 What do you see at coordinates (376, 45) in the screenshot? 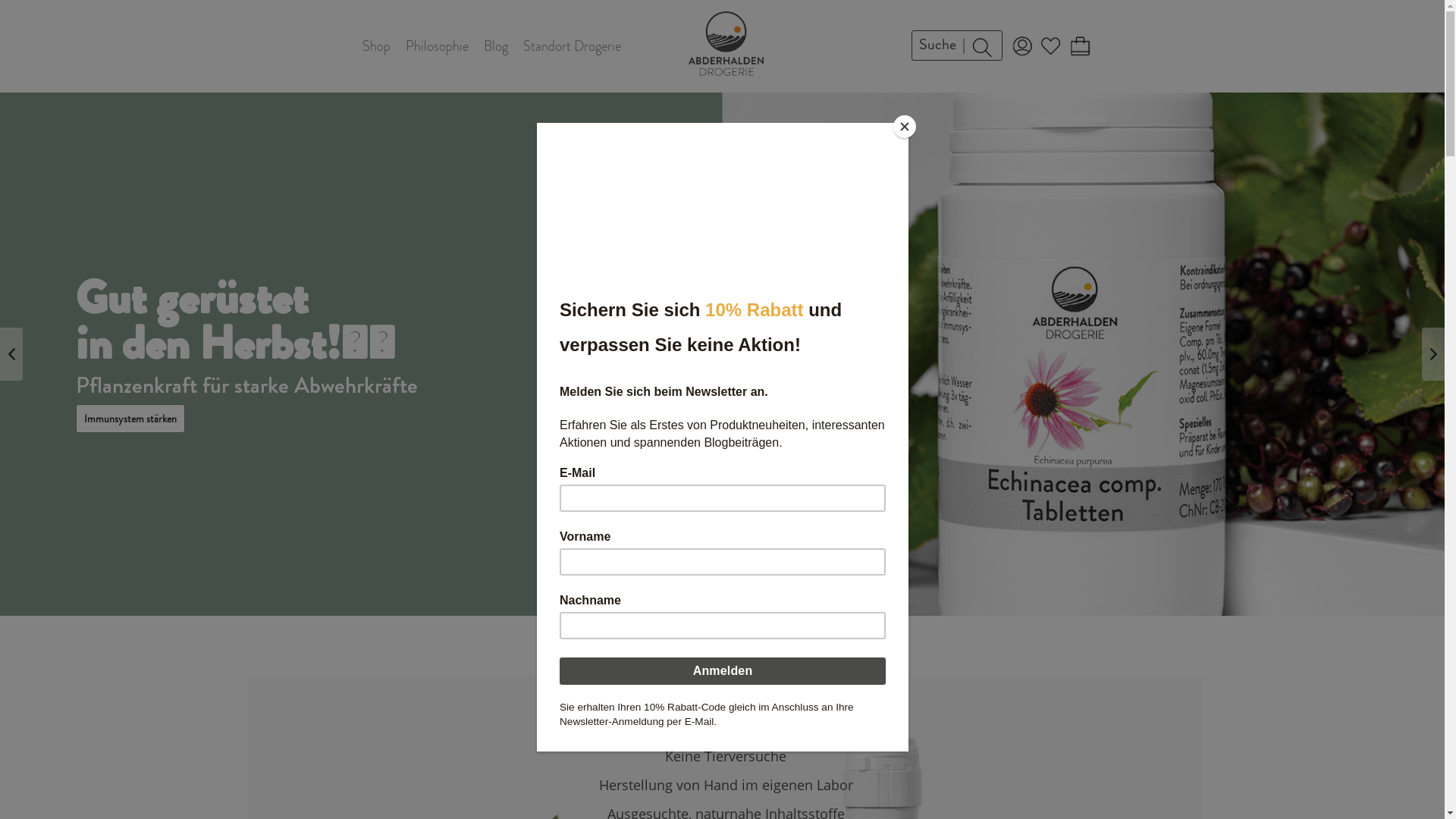
I see `'Shop'` at bounding box center [376, 45].